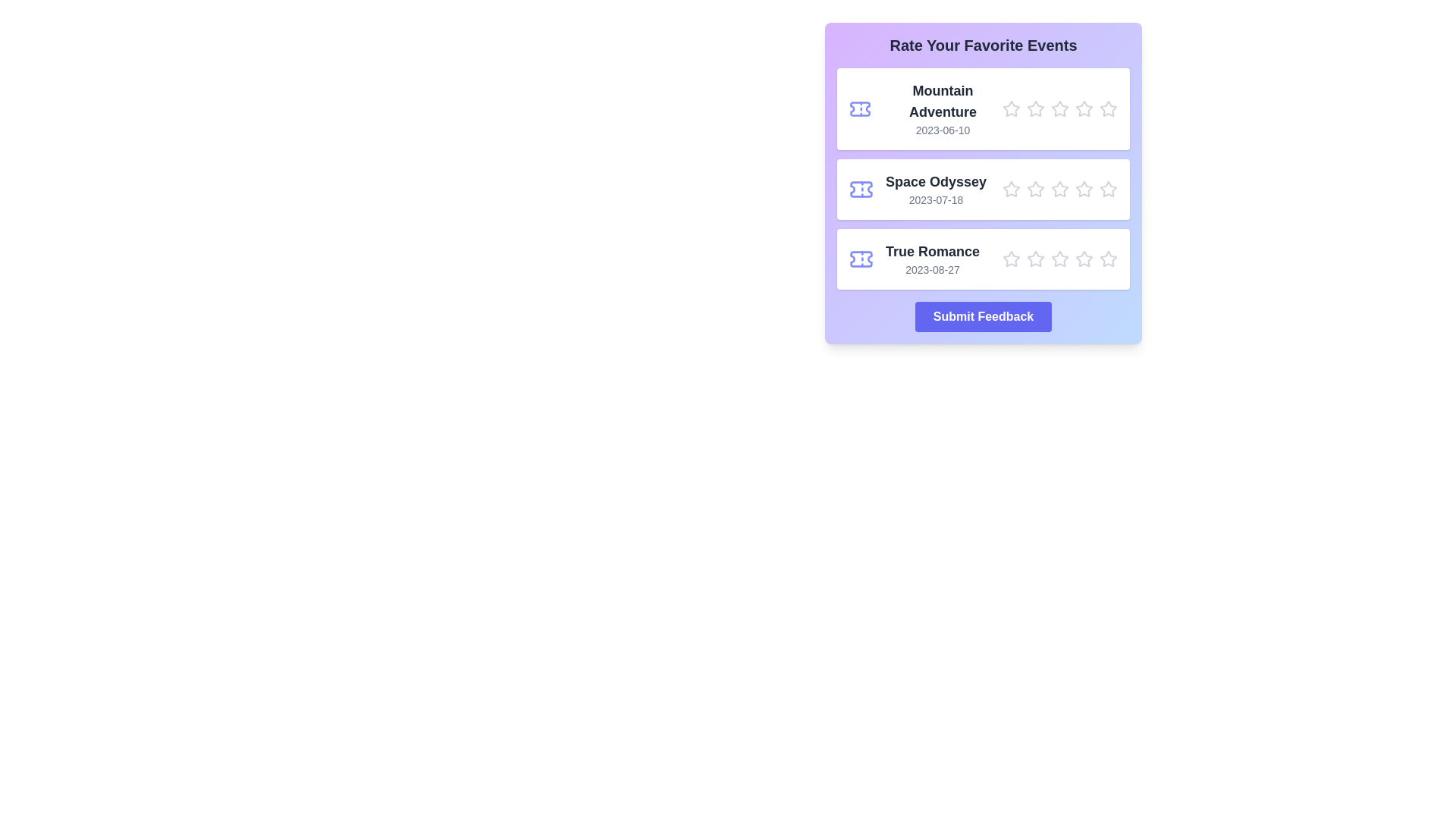 The height and width of the screenshot is (819, 1456). I want to click on the star corresponding to the rating 2 for the movie Mountain Adventure, so click(1035, 108).